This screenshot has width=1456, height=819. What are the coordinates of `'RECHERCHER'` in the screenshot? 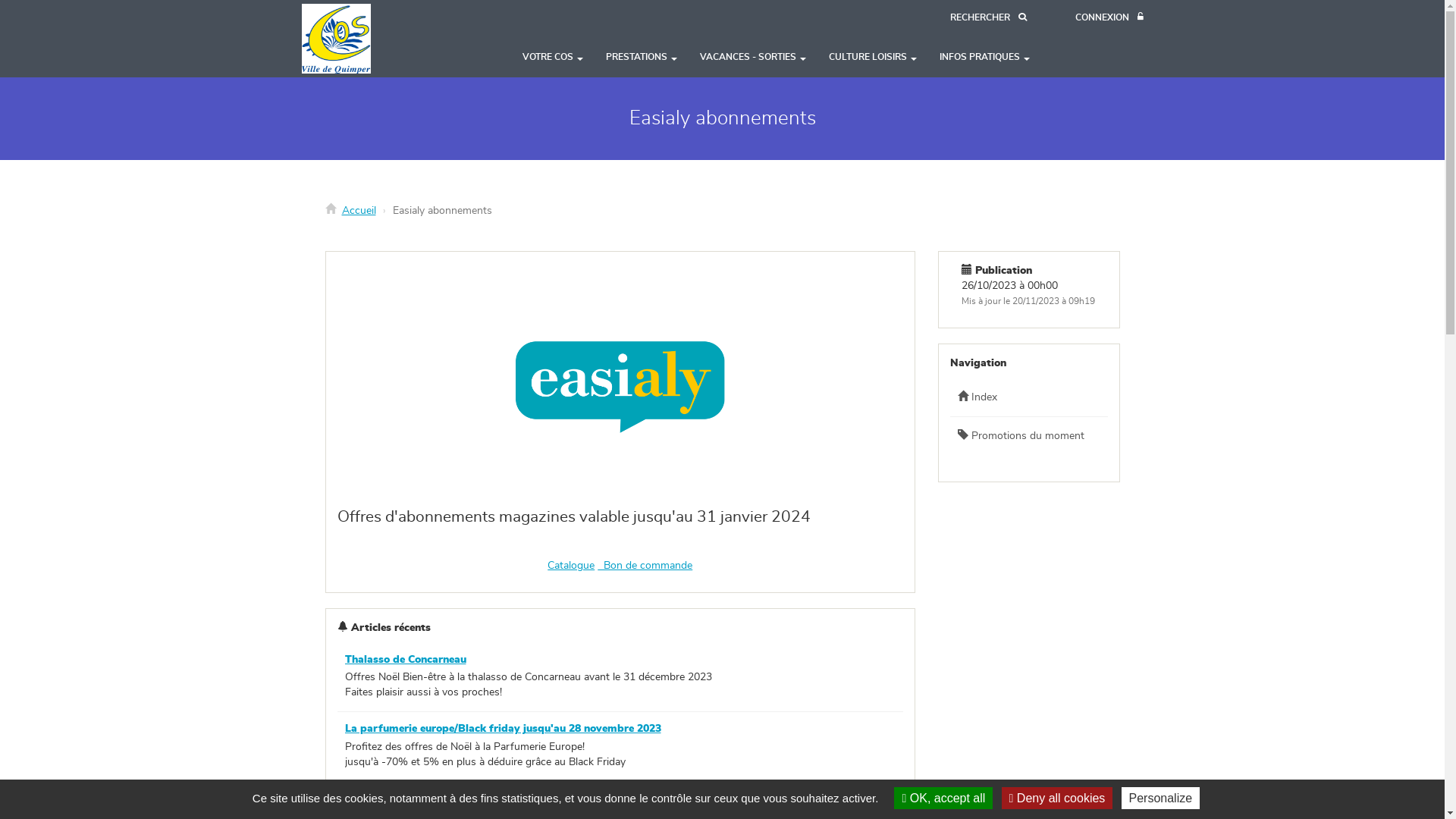 It's located at (949, 17).